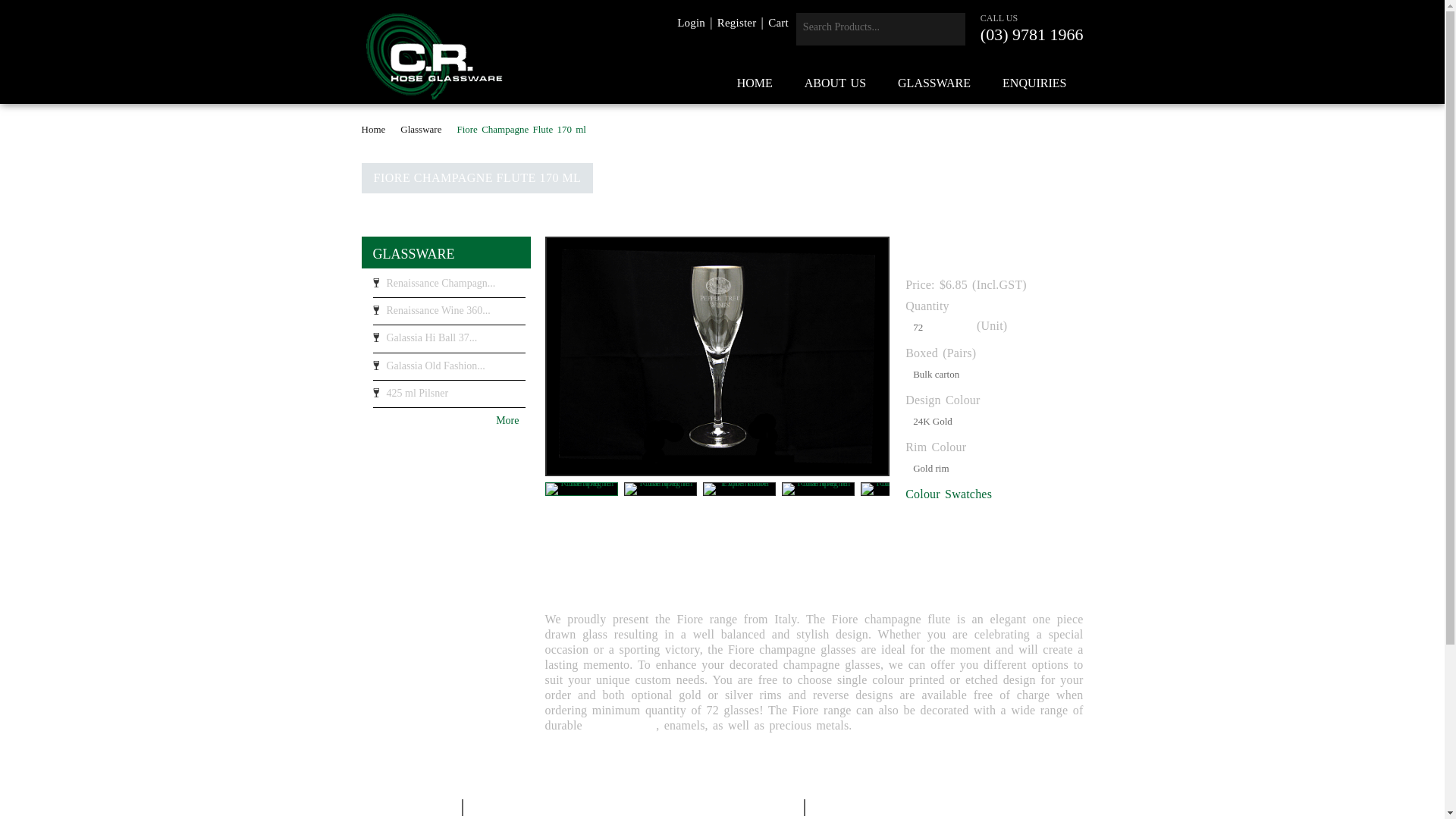 This screenshot has width=1456, height=819. What do you see at coordinates (442, 420) in the screenshot?
I see `'More'` at bounding box center [442, 420].